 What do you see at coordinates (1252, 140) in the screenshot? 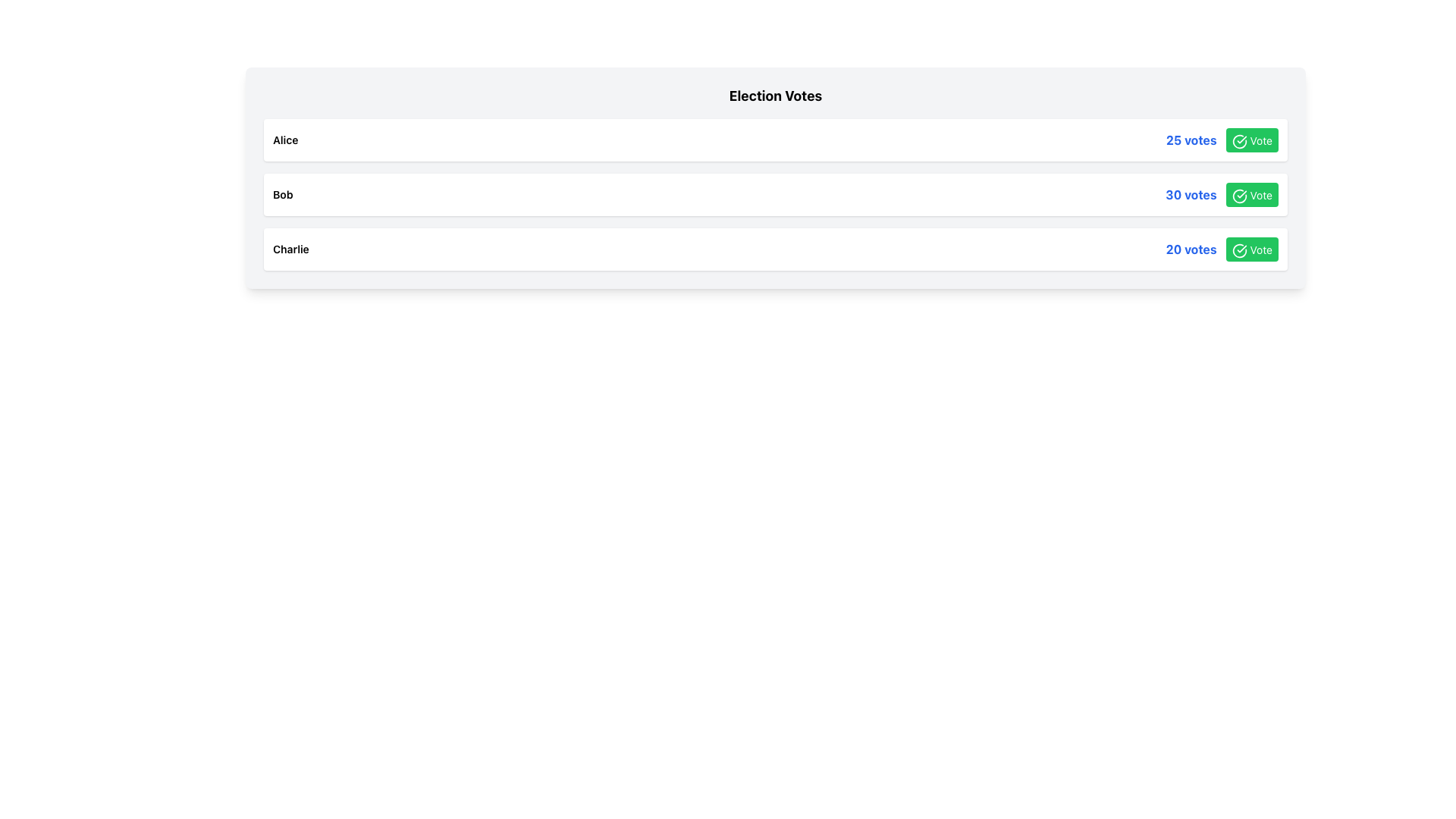
I see `the button located on the right side of the row corresponding to '25 votes' to cast the vote` at bounding box center [1252, 140].